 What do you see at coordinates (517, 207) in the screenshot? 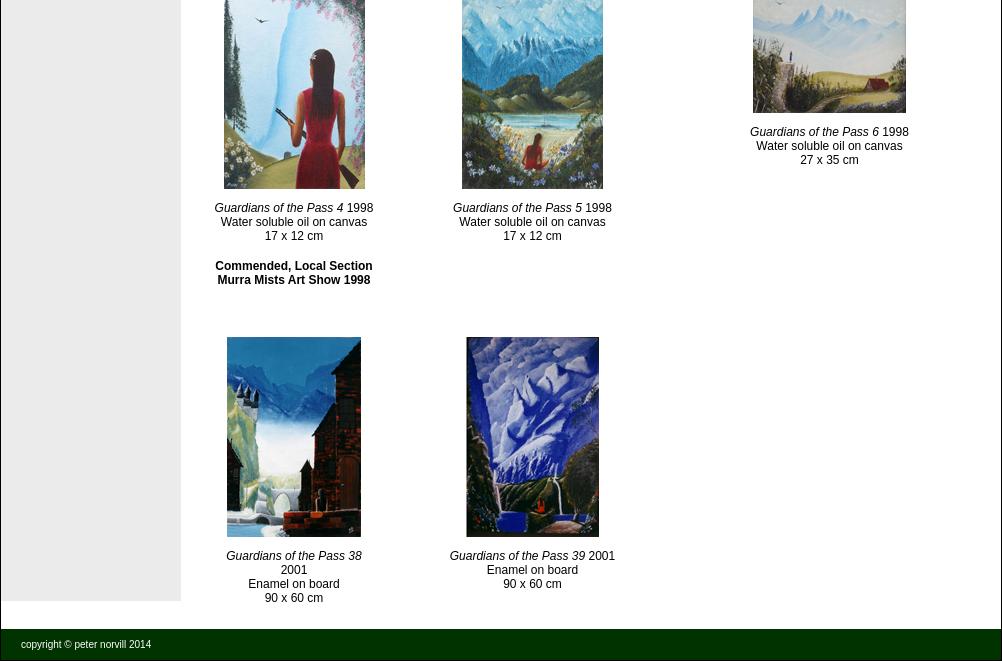
I see `'Guardians of the Pass 5'` at bounding box center [517, 207].